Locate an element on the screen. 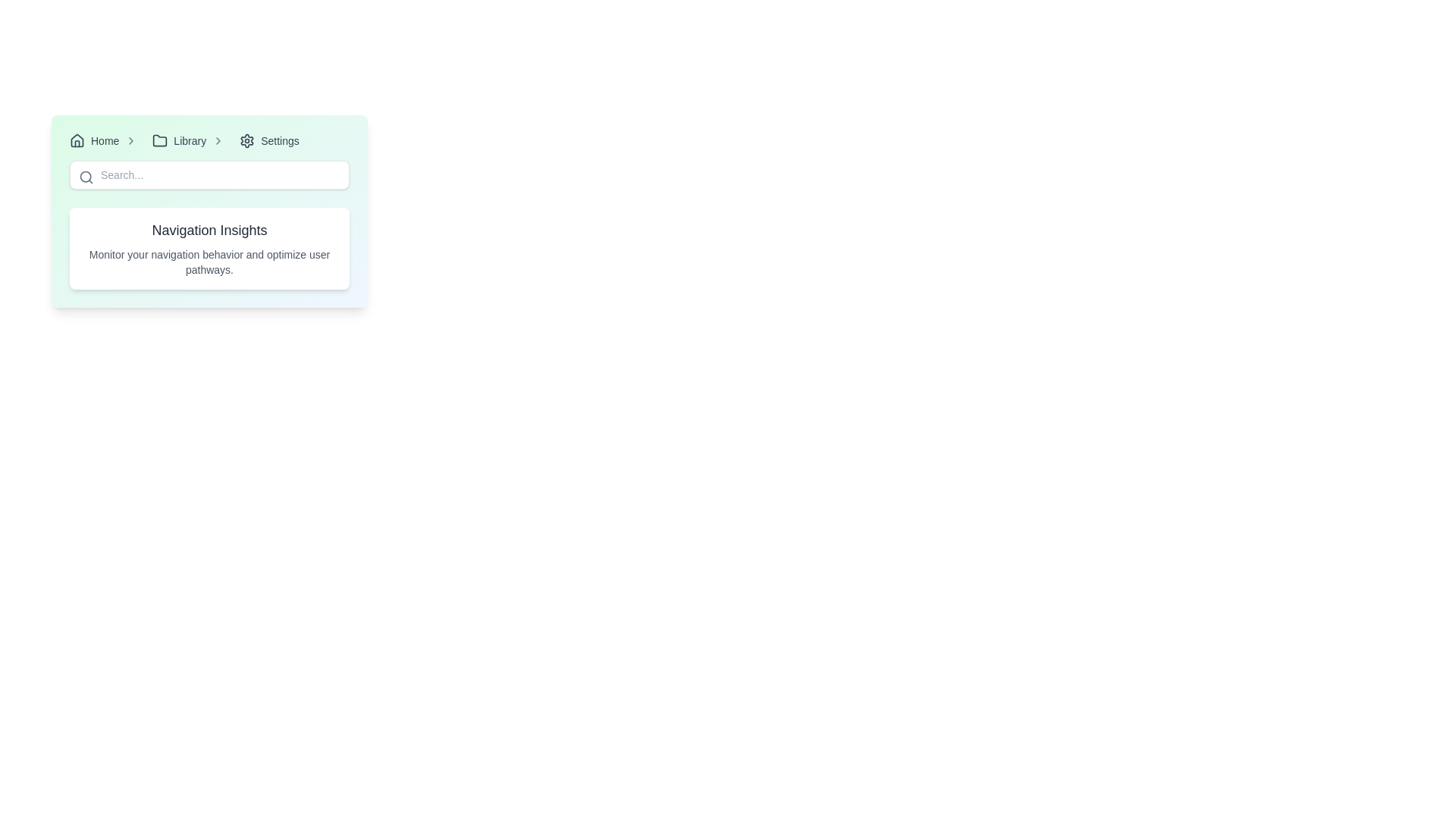 This screenshot has height=819, width=1456. the settings icon, represented as an outlined gear, located beside the 'Settings' label in the navigation breadcrumb at the top of the UI is located at coordinates (247, 140).